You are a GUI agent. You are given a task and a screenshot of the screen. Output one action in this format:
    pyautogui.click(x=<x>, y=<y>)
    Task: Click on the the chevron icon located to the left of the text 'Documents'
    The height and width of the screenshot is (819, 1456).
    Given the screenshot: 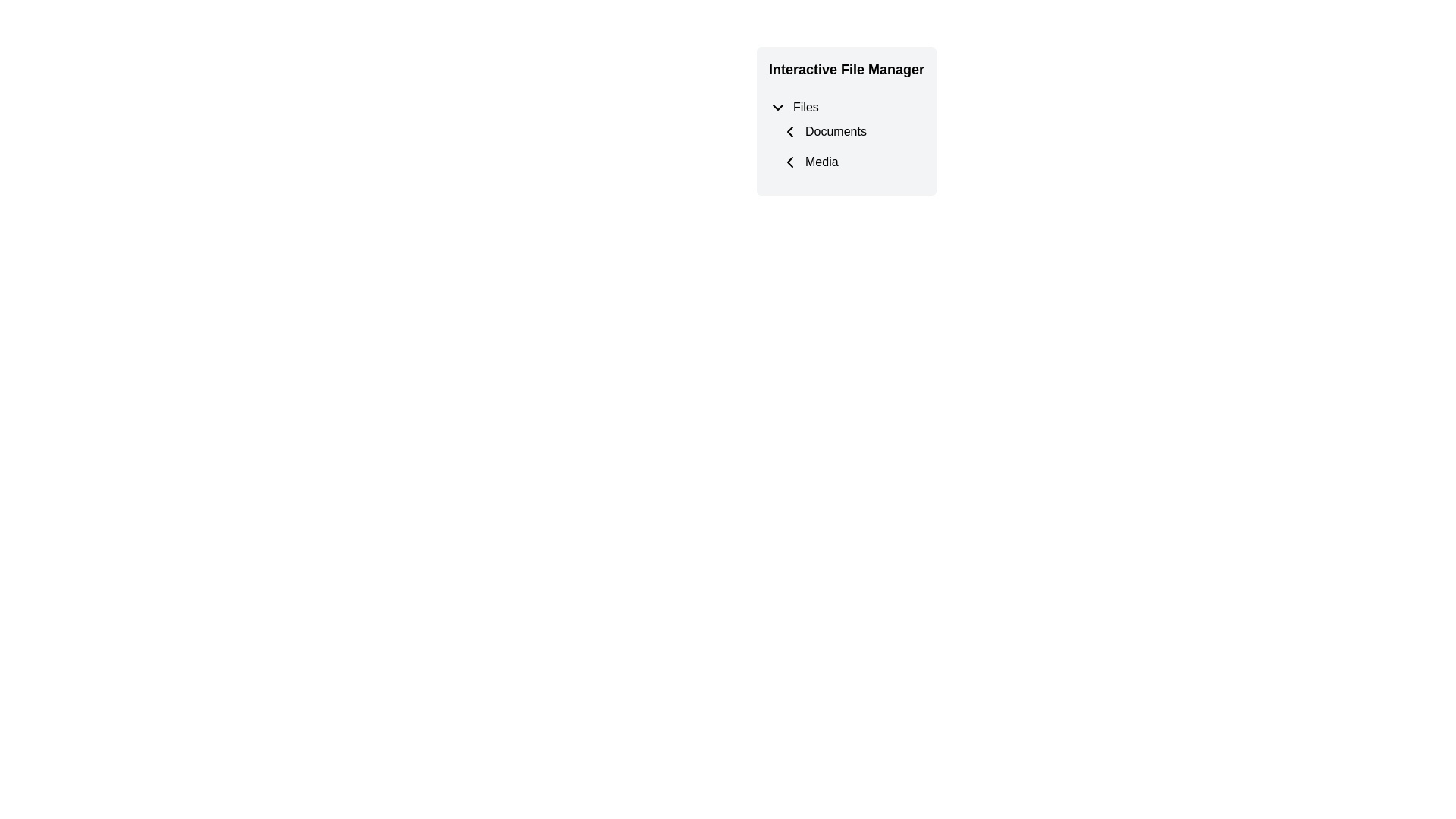 What is the action you would take?
    pyautogui.click(x=789, y=130)
    